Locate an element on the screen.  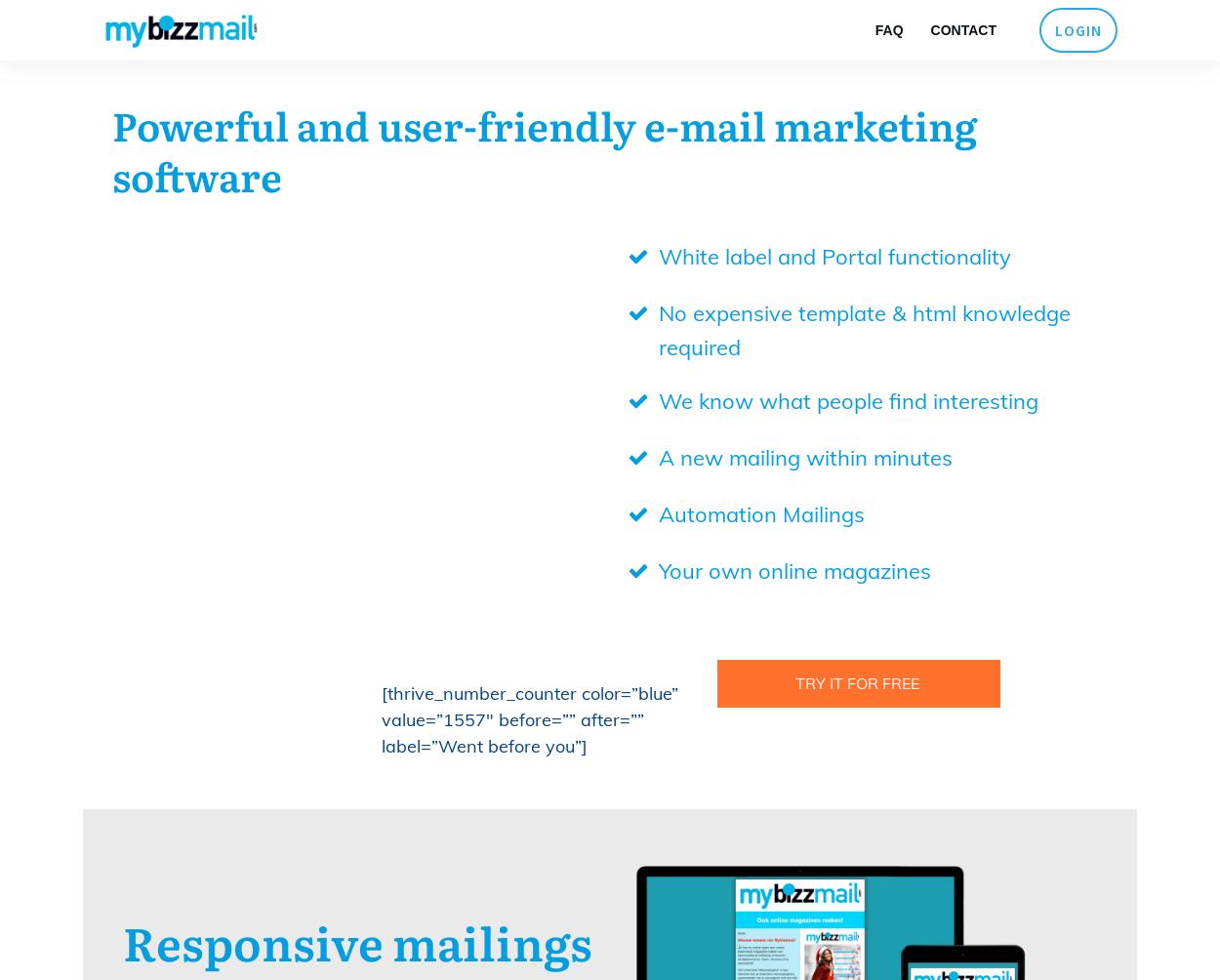
'[thrive_number_counter color=”blue” value=”1557″ before=”” after=”” label=”Went before you”]' is located at coordinates (530, 718).